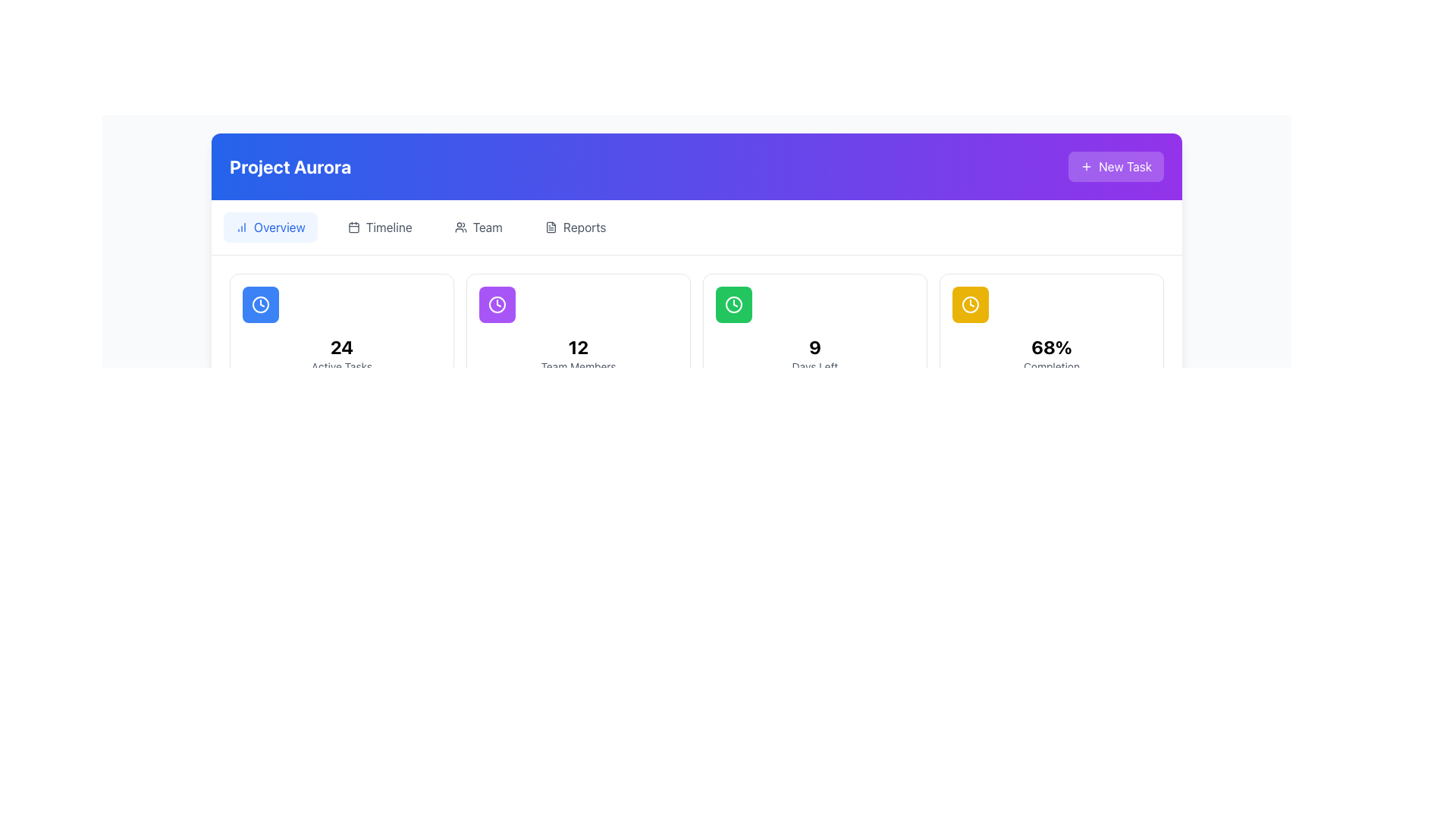 This screenshot has width=1456, height=819. Describe the element at coordinates (353, 227) in the screenshot. I see `the small calendar icon located in the navigation bar adjacent to the text label 'Timeline'` at that location.